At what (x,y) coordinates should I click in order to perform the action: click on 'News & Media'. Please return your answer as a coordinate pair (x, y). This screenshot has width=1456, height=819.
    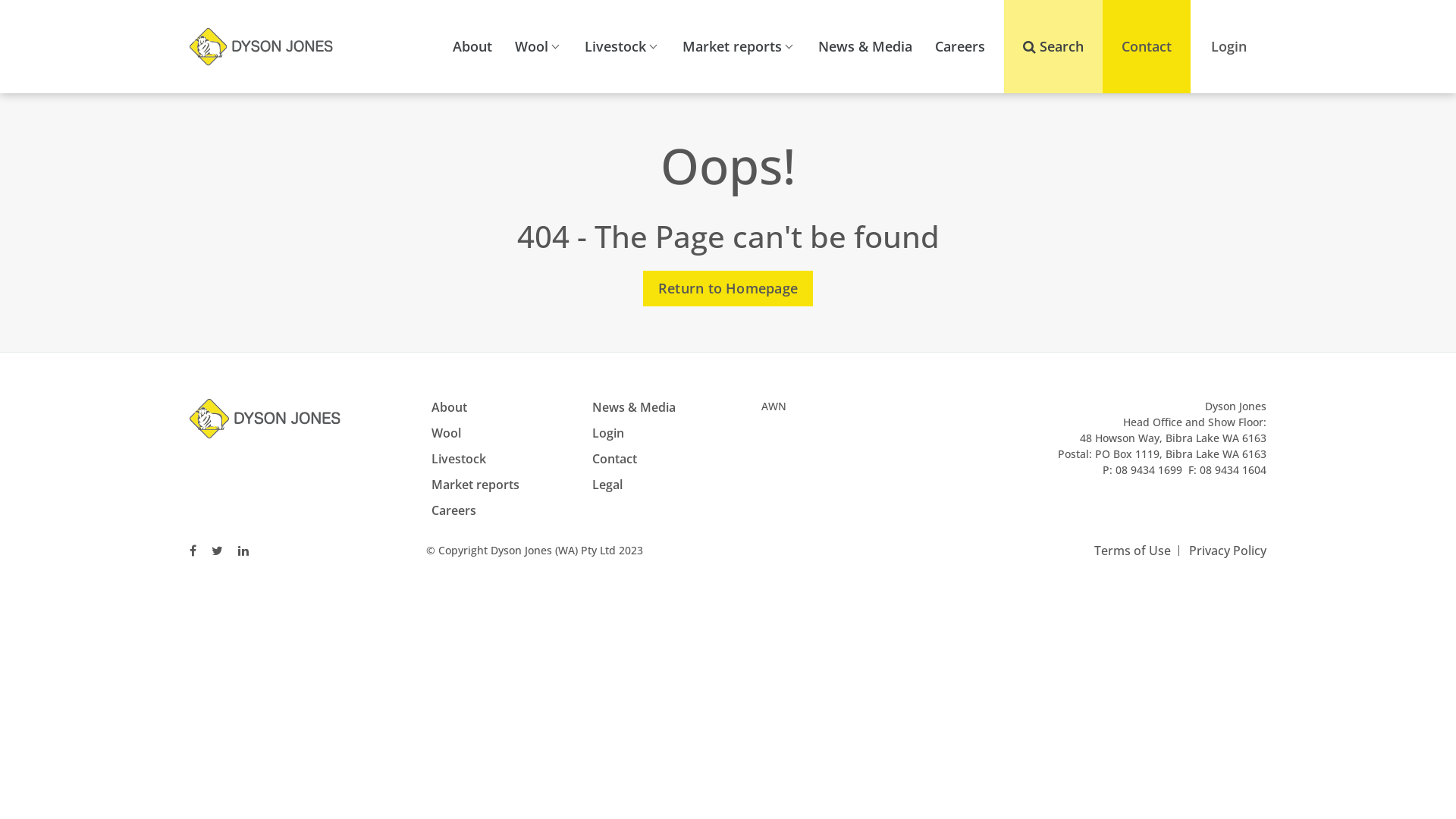
    Looking at the image, I should click on (633, 406).